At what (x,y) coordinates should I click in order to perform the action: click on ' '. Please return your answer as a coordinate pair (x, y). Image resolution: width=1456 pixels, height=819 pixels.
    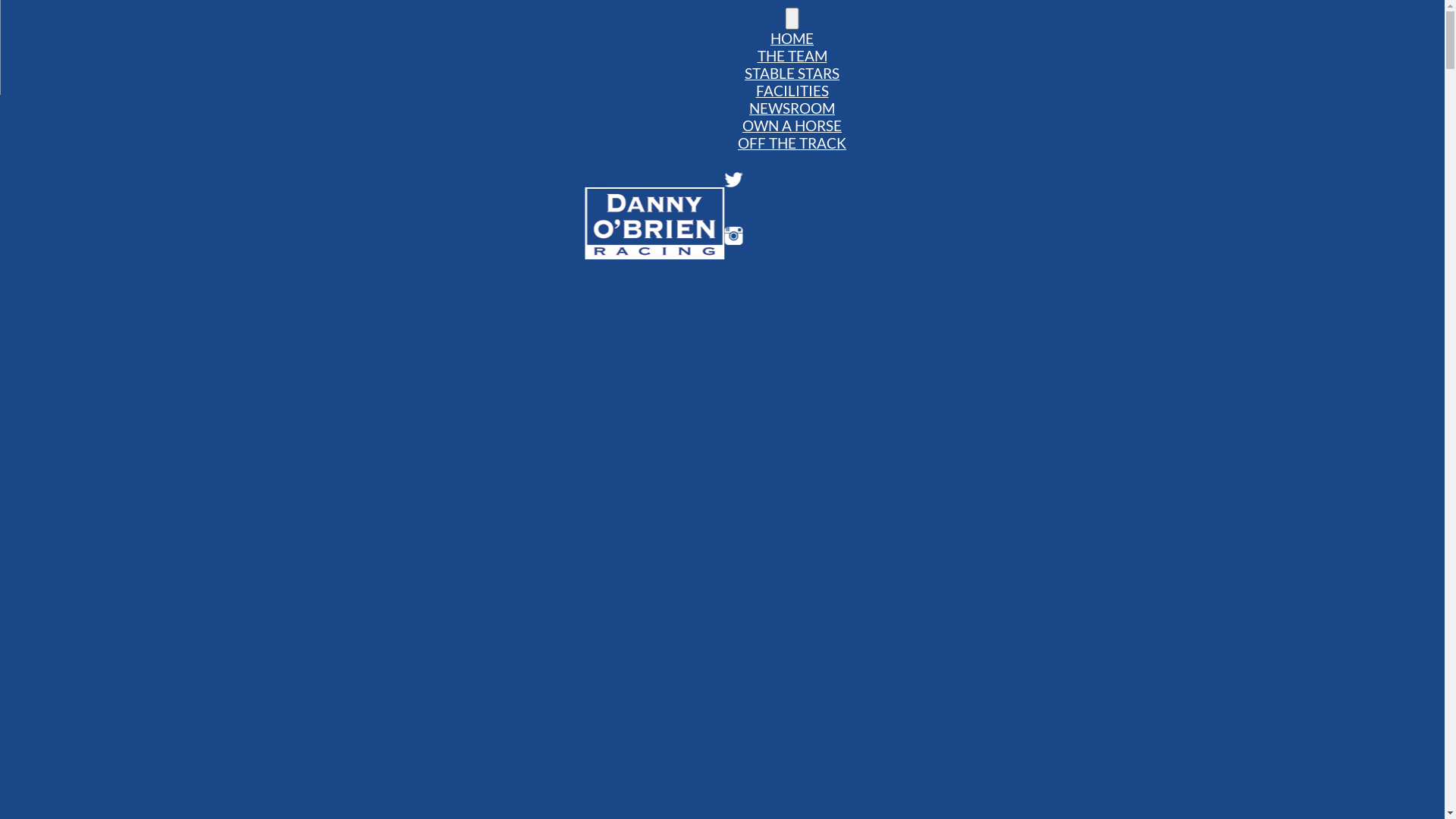
    Looking at the image, I should click on (792, 18).